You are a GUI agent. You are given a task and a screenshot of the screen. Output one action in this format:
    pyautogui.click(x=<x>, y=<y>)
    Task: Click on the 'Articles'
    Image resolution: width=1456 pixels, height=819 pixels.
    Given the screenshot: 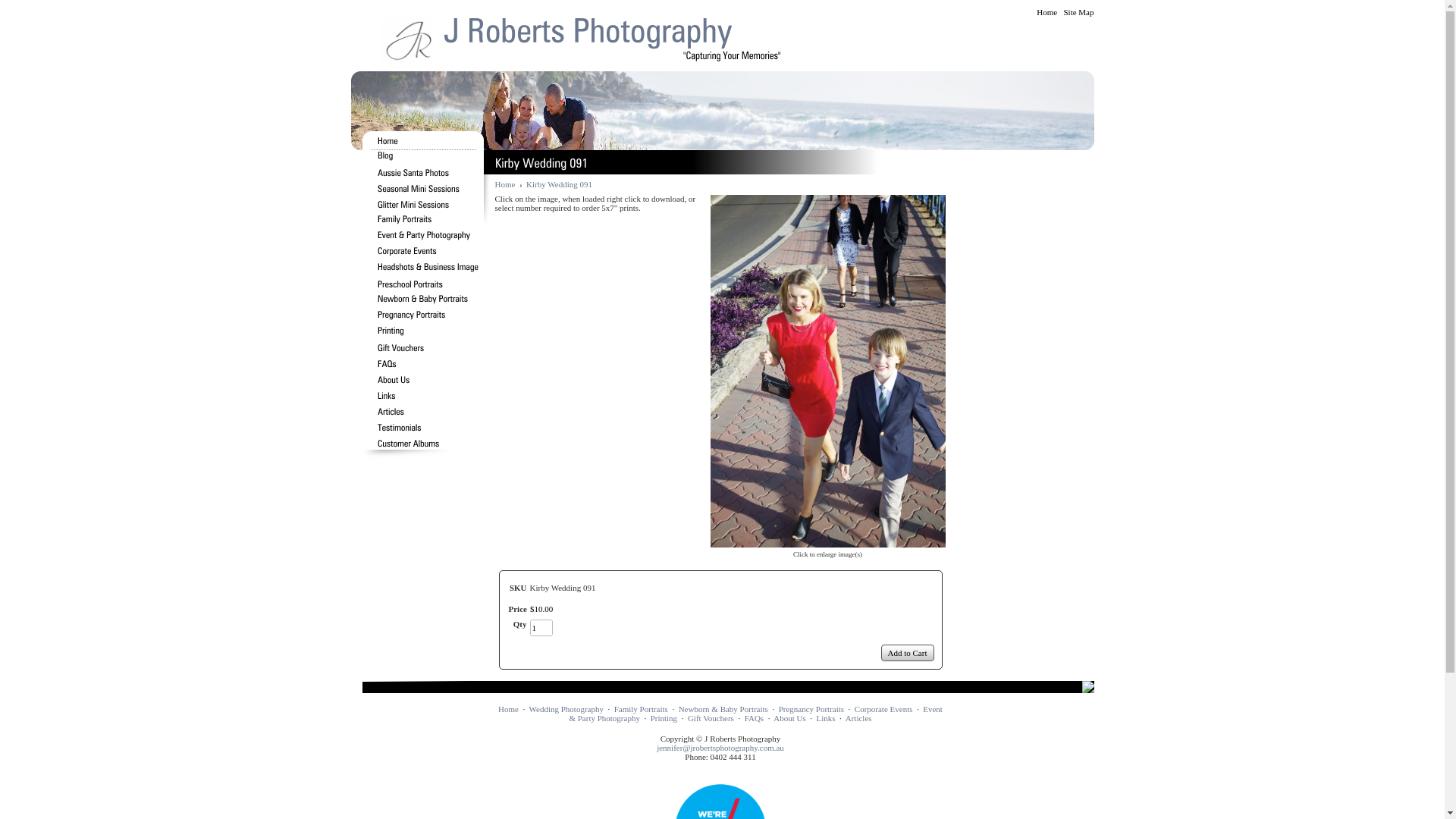 What is the action you would take?
    pyautogui.click(x=858, y=717)
    